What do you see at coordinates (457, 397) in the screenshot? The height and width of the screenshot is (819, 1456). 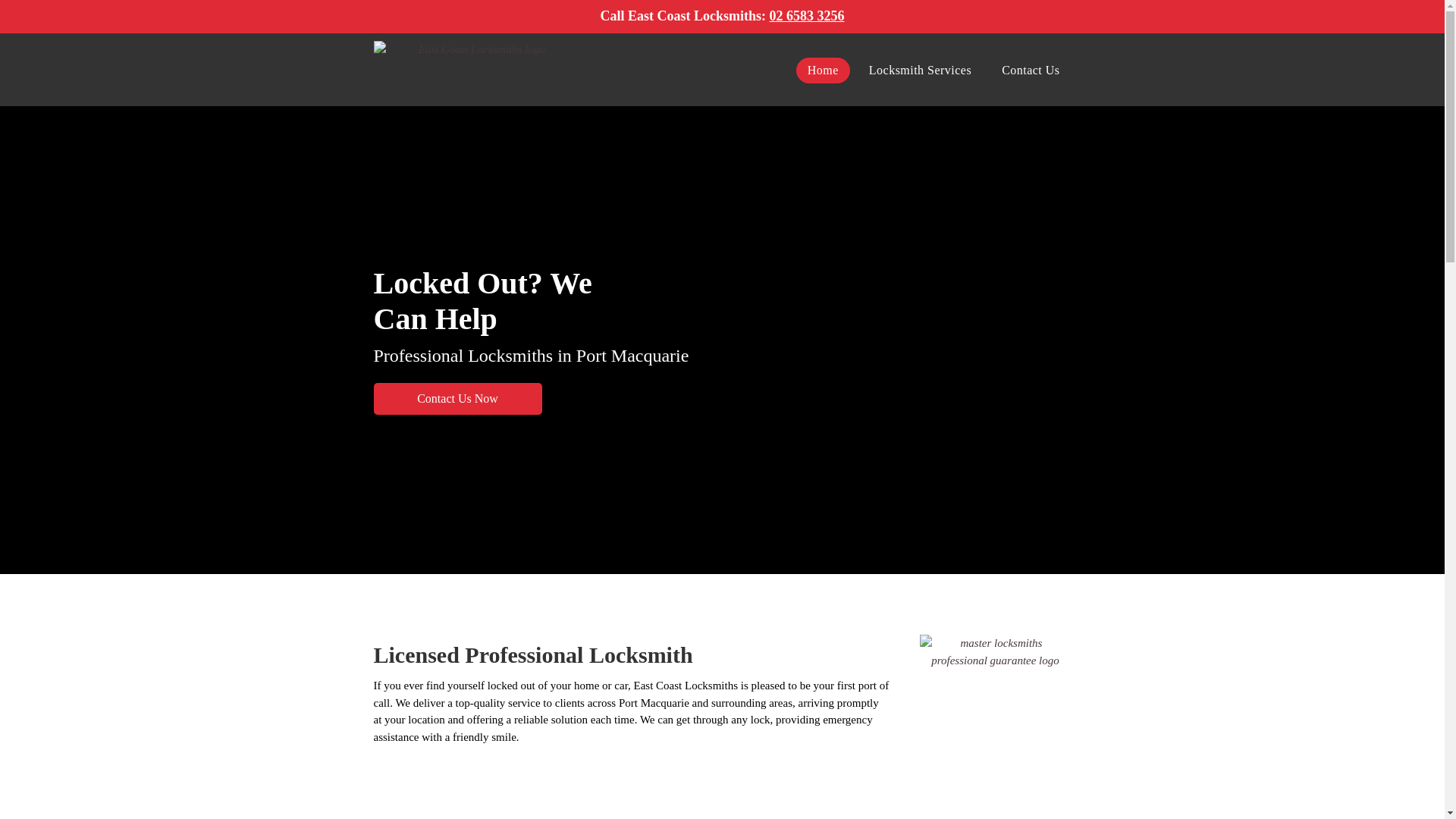 I see `'Contact Us Now'` at bounding box center [457, 397].